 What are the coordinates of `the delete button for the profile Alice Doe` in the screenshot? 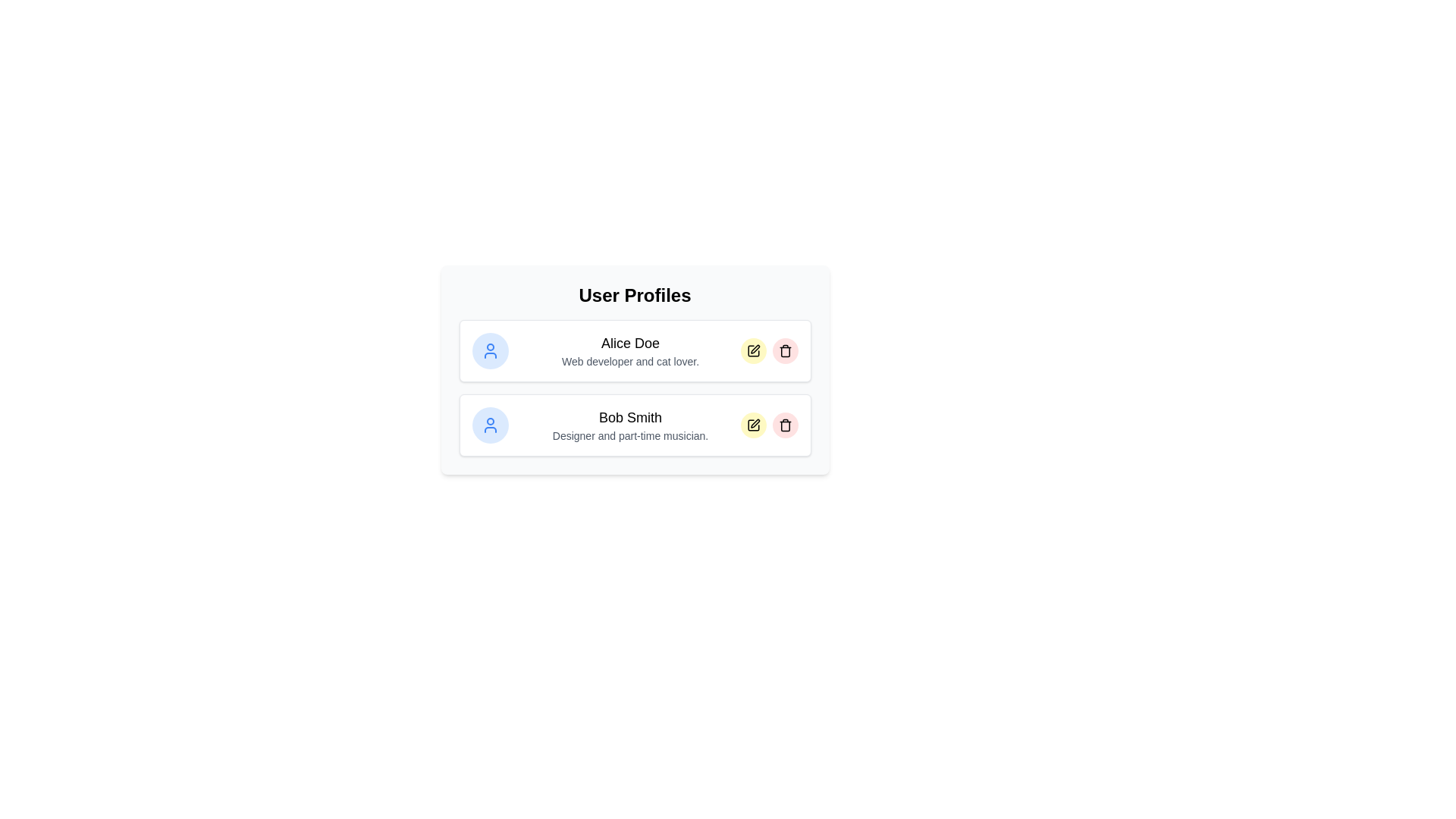 It's located at (785, 350).